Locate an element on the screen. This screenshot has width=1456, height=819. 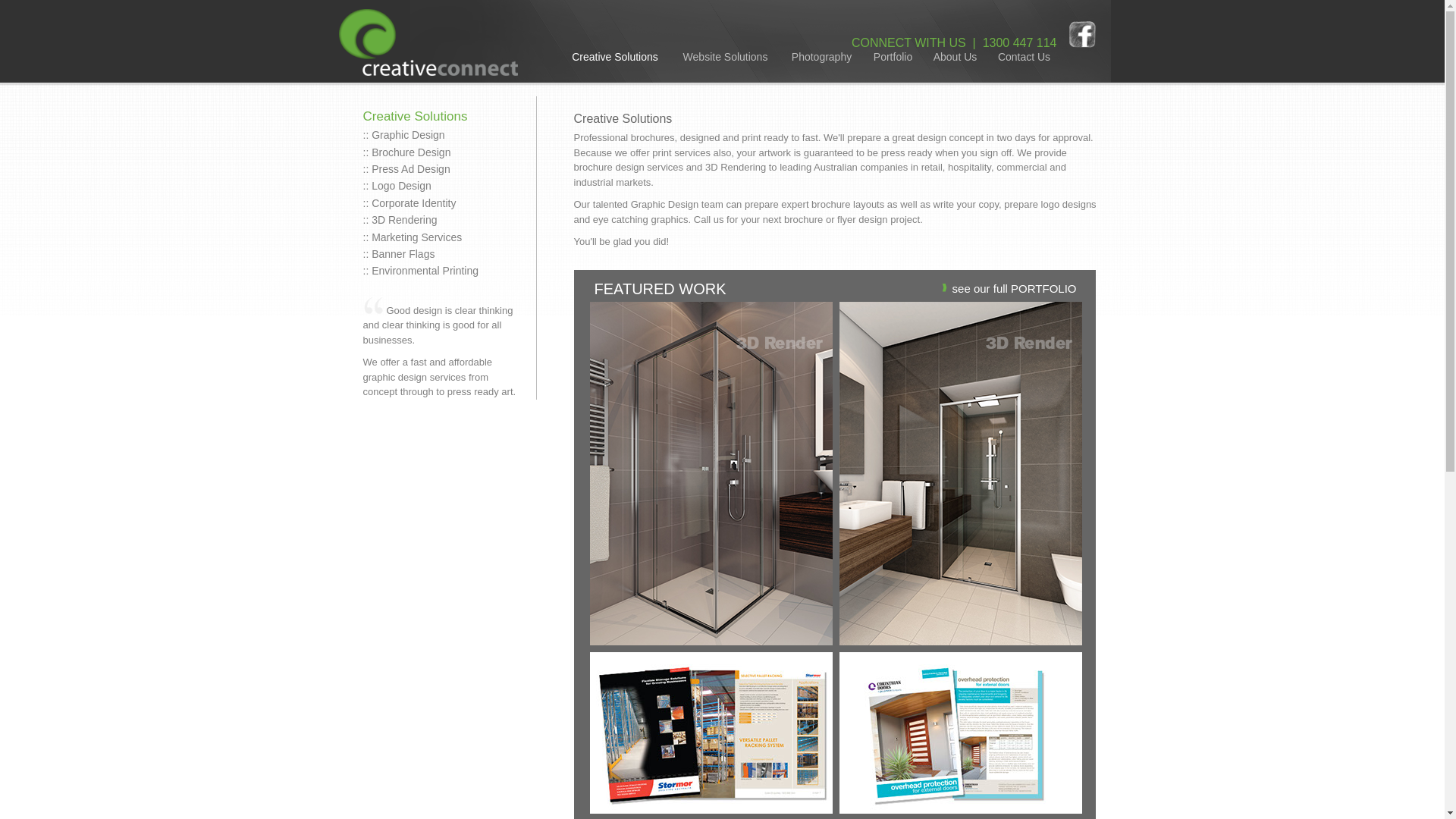
'Website Solutions' is located at coordinates (725, 57).